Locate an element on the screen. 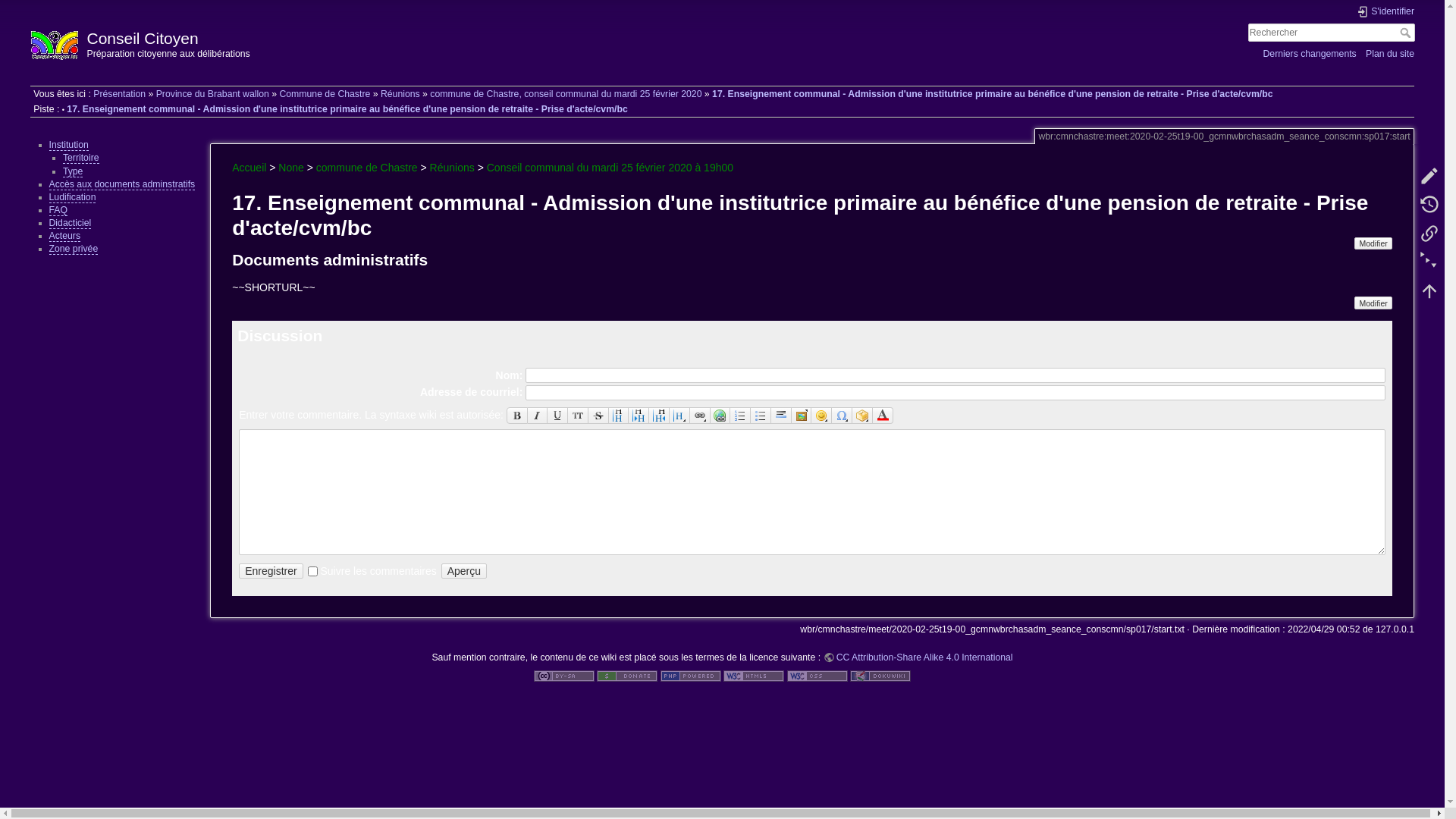 This screenshot has width=1456, height=819. 'Type' is located at coordinates (72, 171).